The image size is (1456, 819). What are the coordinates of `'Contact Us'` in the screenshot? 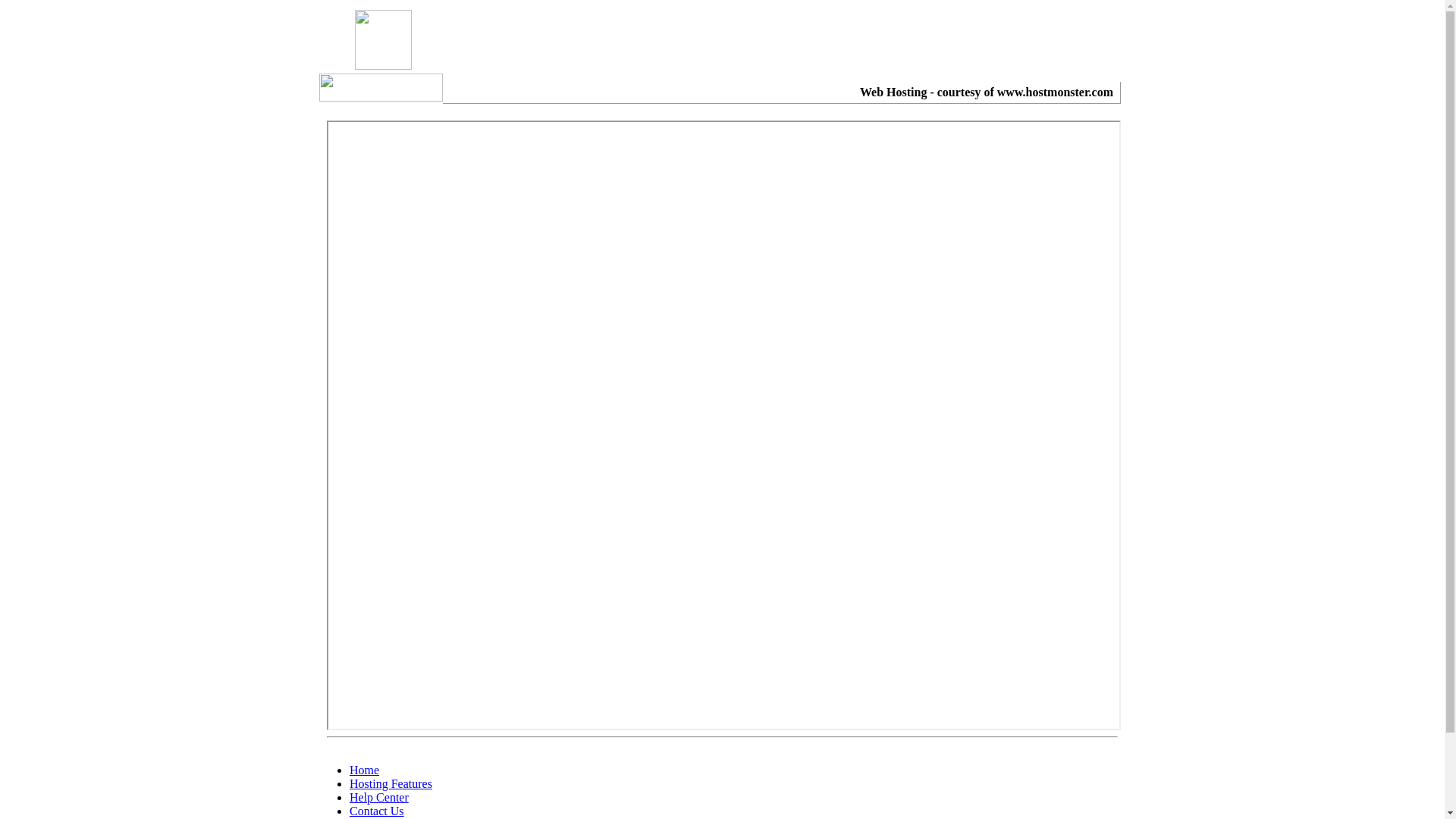 It's located at (377, 810).